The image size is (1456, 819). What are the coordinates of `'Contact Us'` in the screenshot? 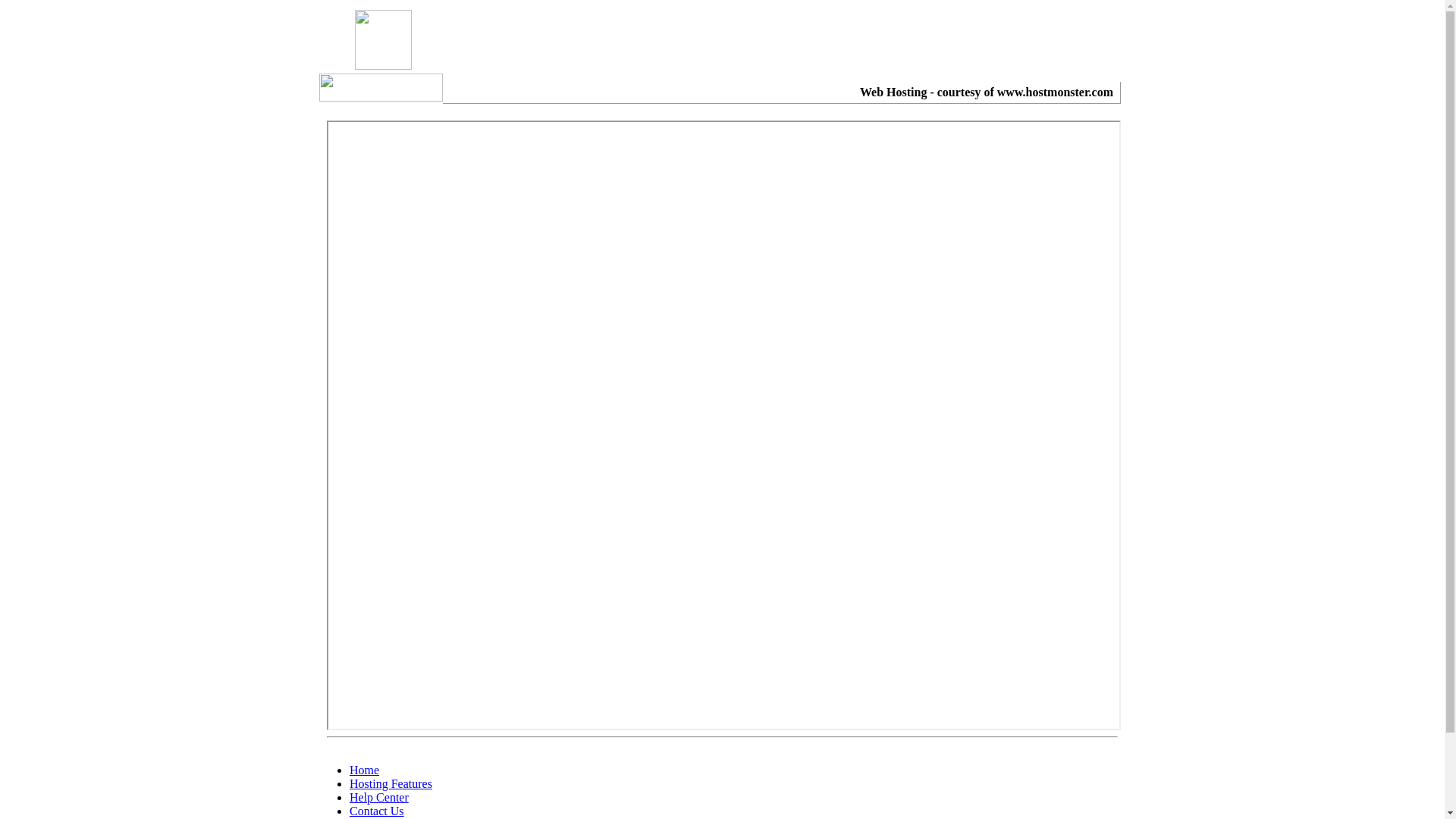 It's located at (377, 810).